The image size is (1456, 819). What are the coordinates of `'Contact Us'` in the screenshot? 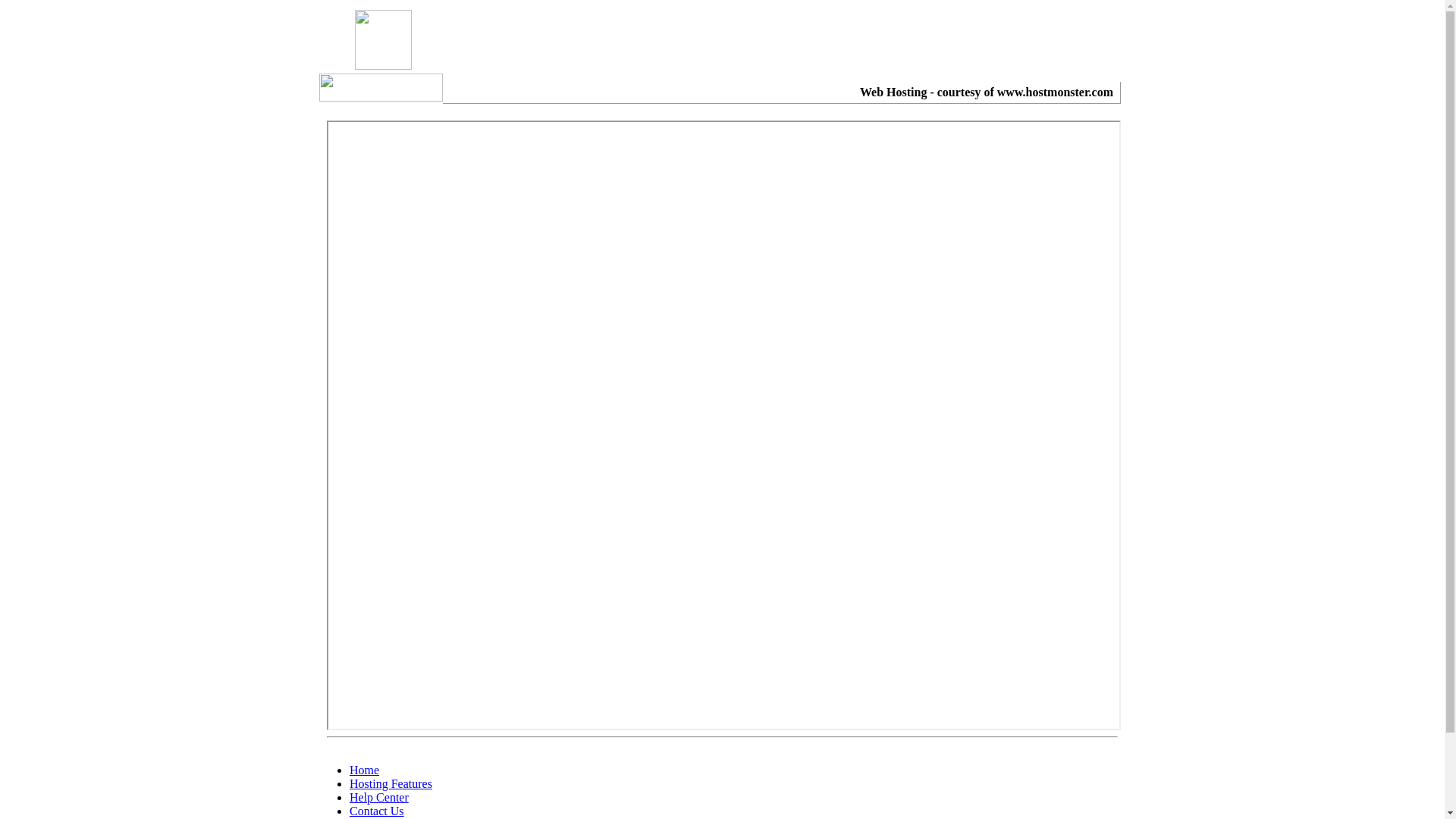 It's located at (377, 810).